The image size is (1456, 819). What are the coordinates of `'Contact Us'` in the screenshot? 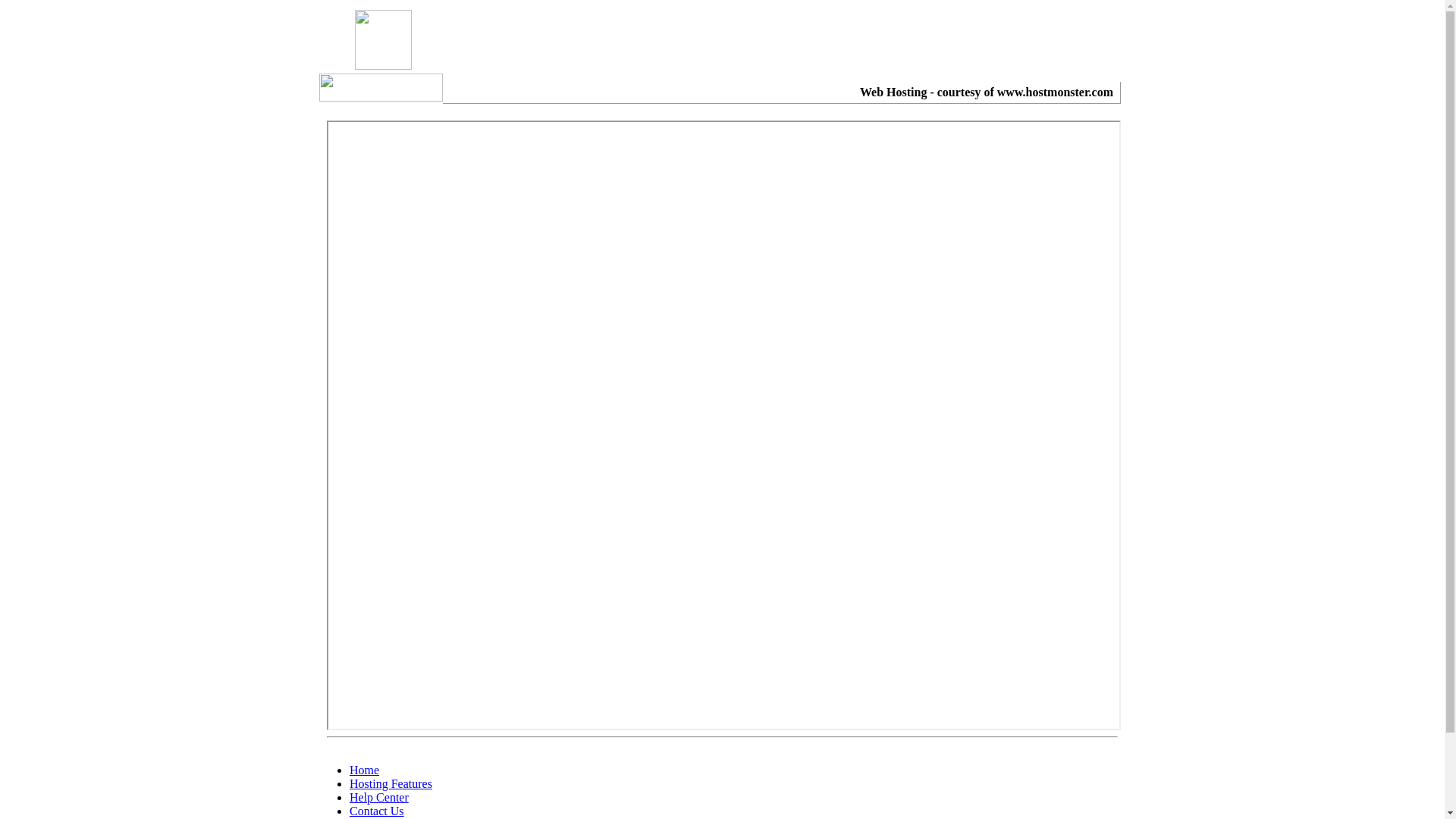 It's located at (377, 810).